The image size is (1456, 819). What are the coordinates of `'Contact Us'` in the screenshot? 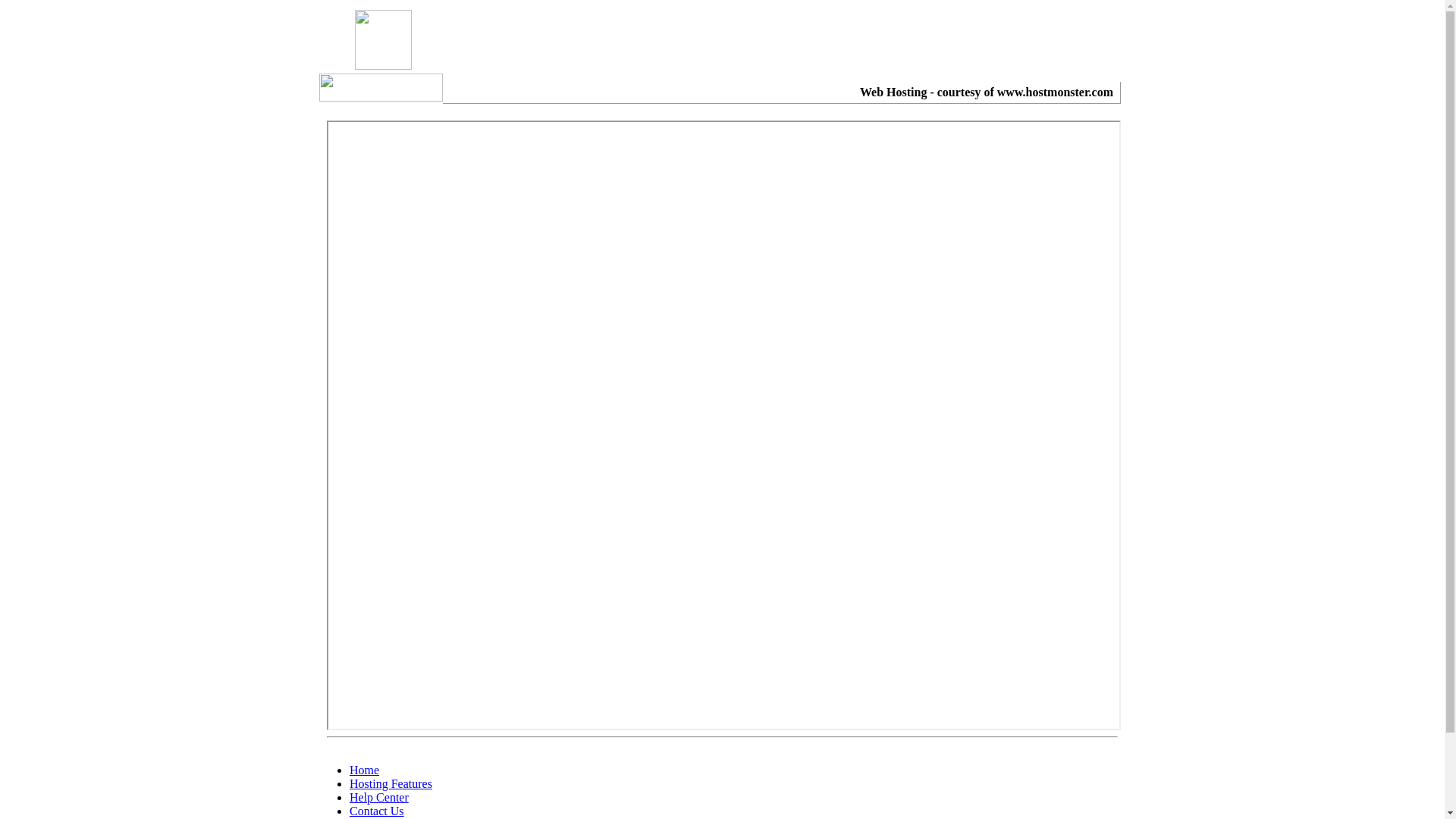 It's located at (377, 810).